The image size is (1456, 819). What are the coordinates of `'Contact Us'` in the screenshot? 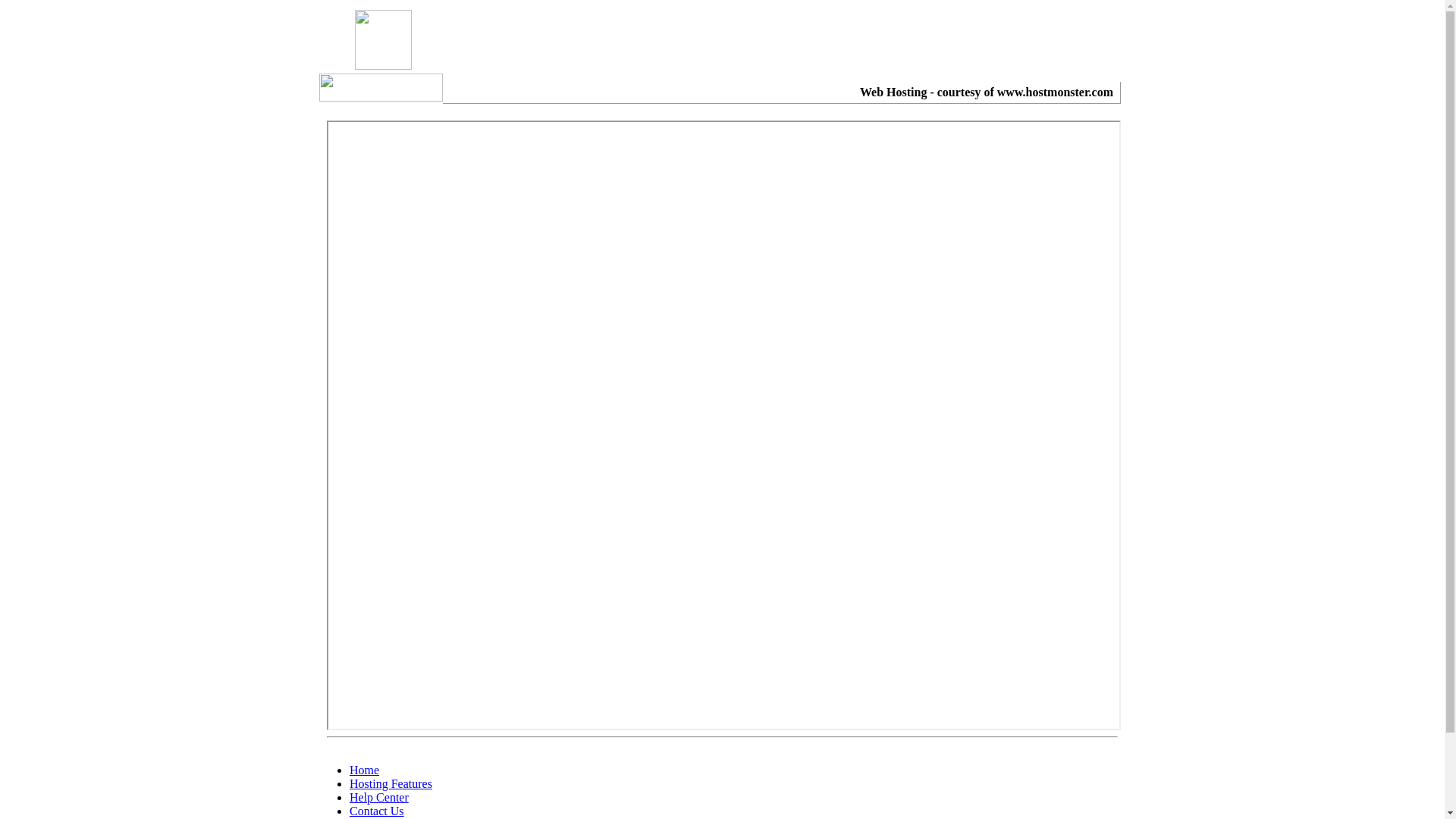 It's located at (377, 810).